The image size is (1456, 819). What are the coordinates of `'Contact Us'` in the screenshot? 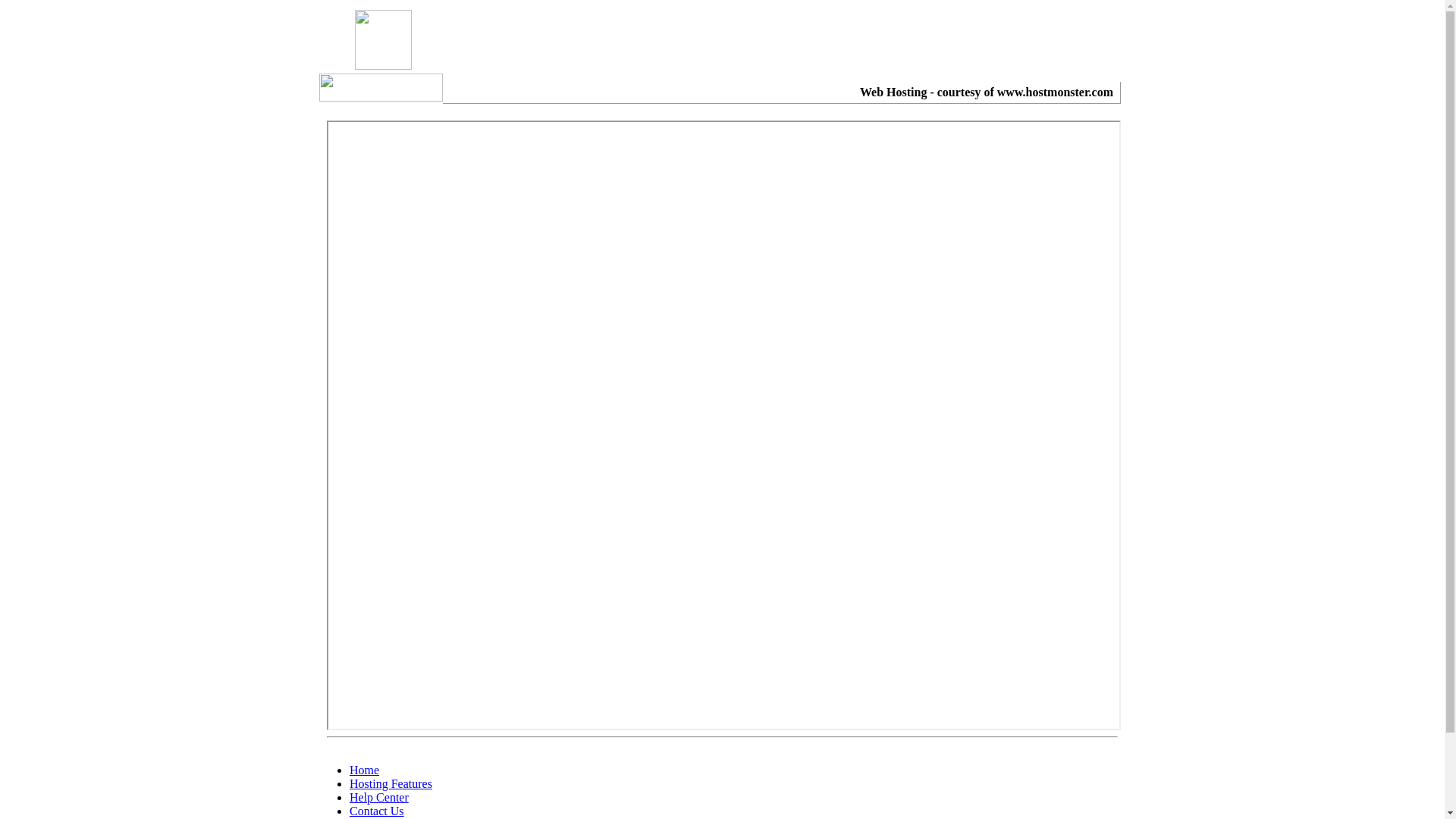 It's located at (377, 810).